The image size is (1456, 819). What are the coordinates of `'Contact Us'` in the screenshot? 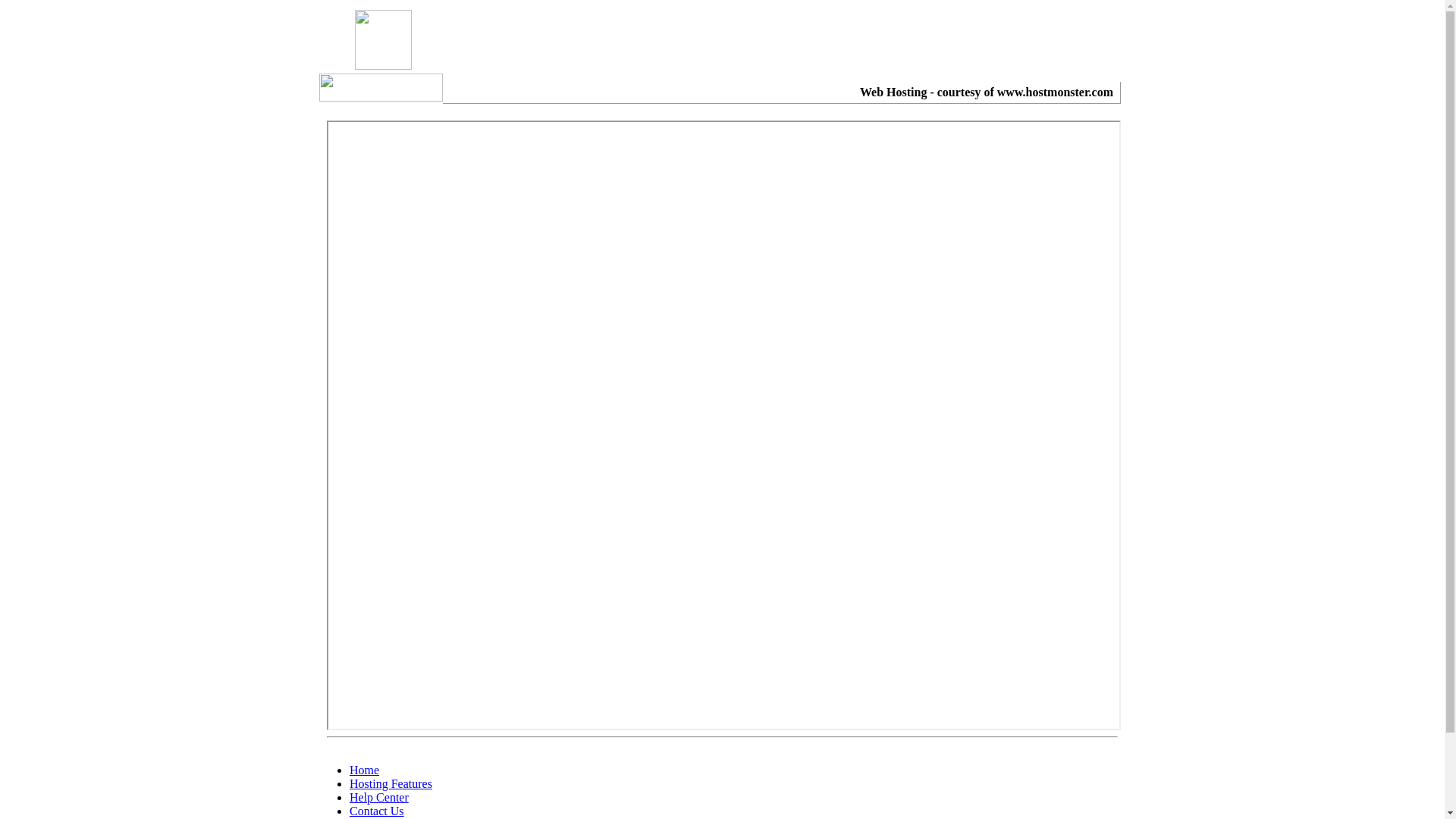 It's located at (377, 810).